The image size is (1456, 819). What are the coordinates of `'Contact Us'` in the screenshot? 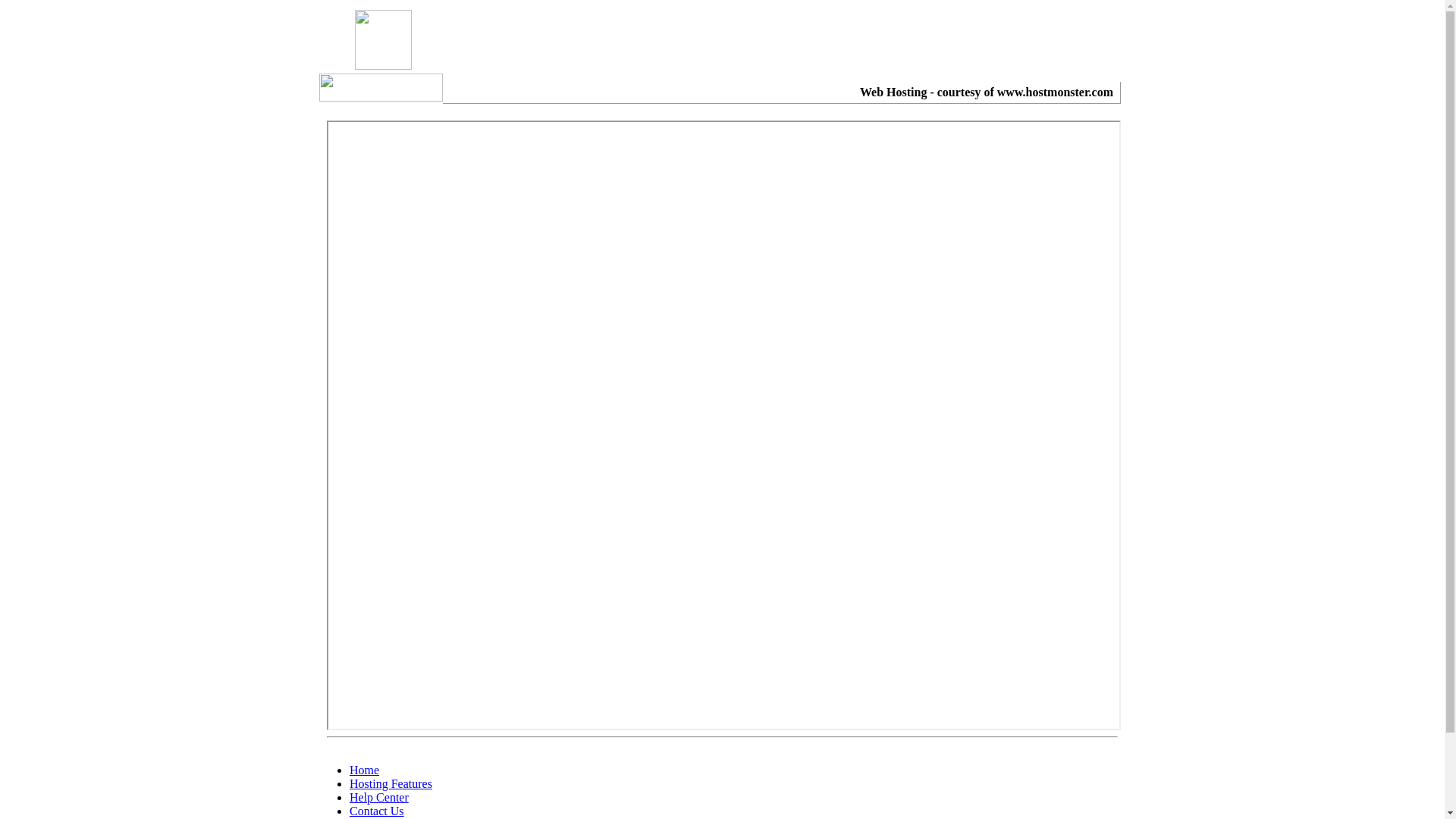 It's located at (377, 810).